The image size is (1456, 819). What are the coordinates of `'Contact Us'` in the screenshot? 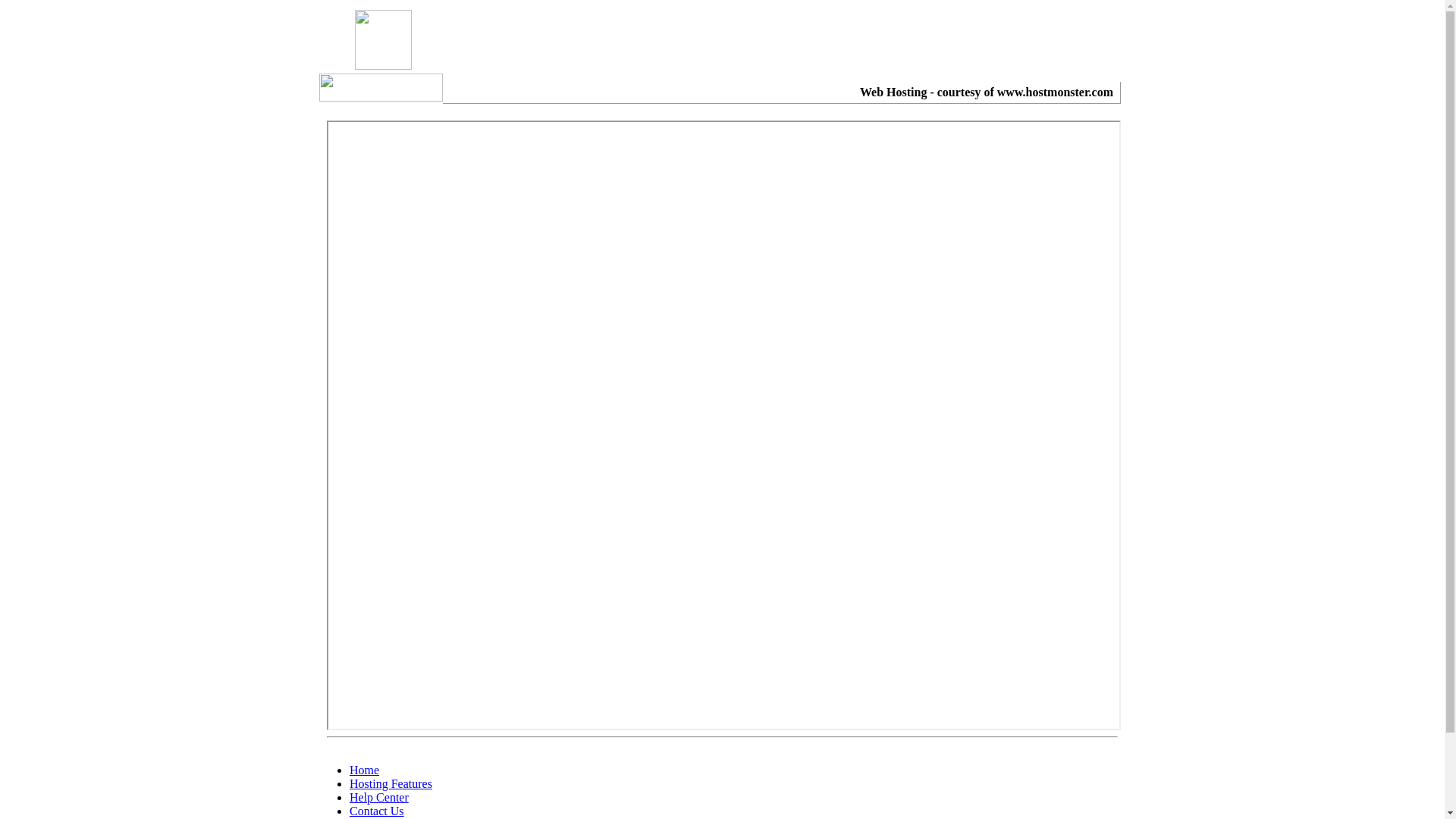 It's located at (377, 810).